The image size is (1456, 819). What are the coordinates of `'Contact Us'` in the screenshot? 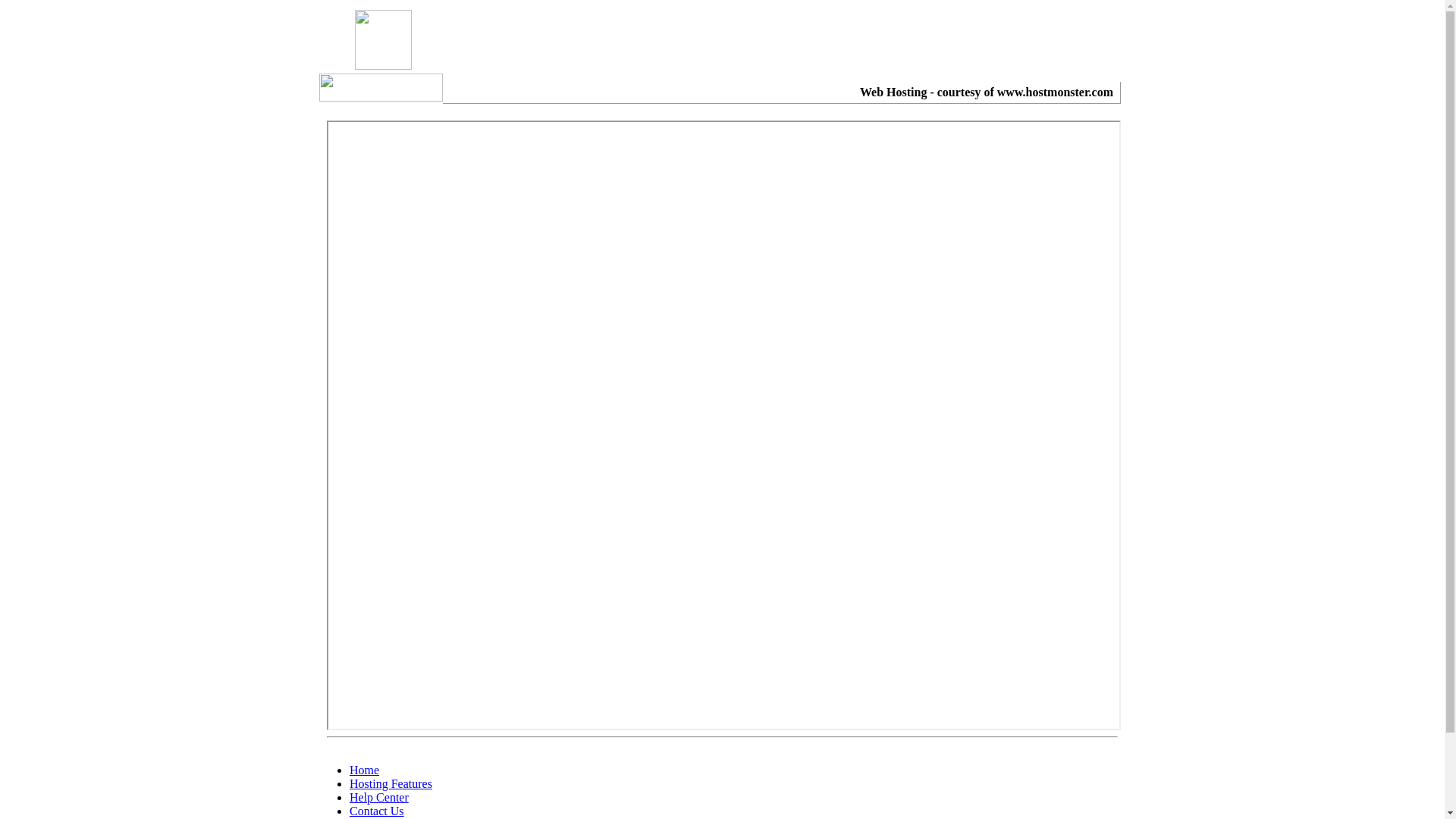 It's located at (377, 810).